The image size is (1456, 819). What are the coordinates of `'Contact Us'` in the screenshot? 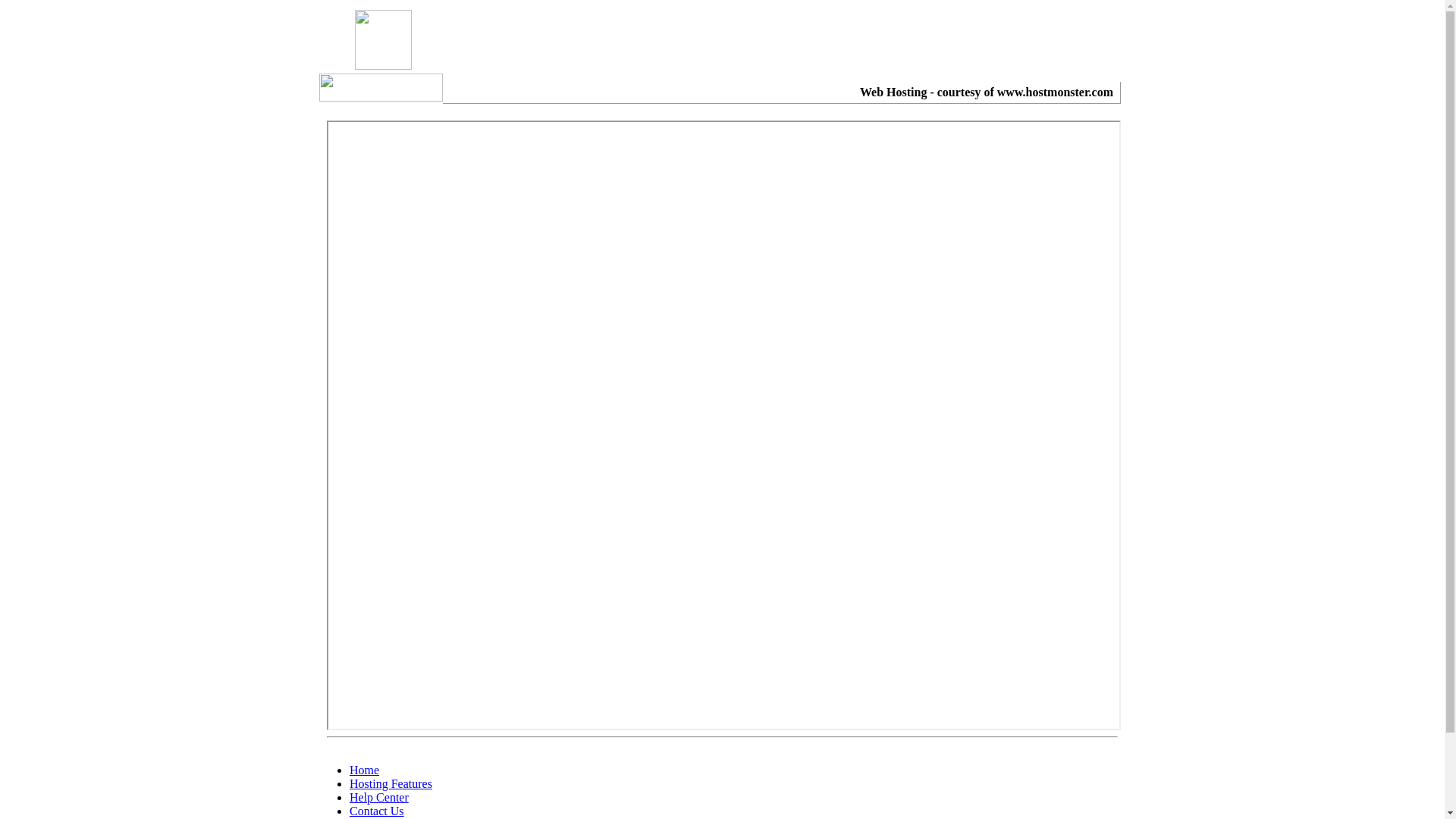 It's located at (377, 810).